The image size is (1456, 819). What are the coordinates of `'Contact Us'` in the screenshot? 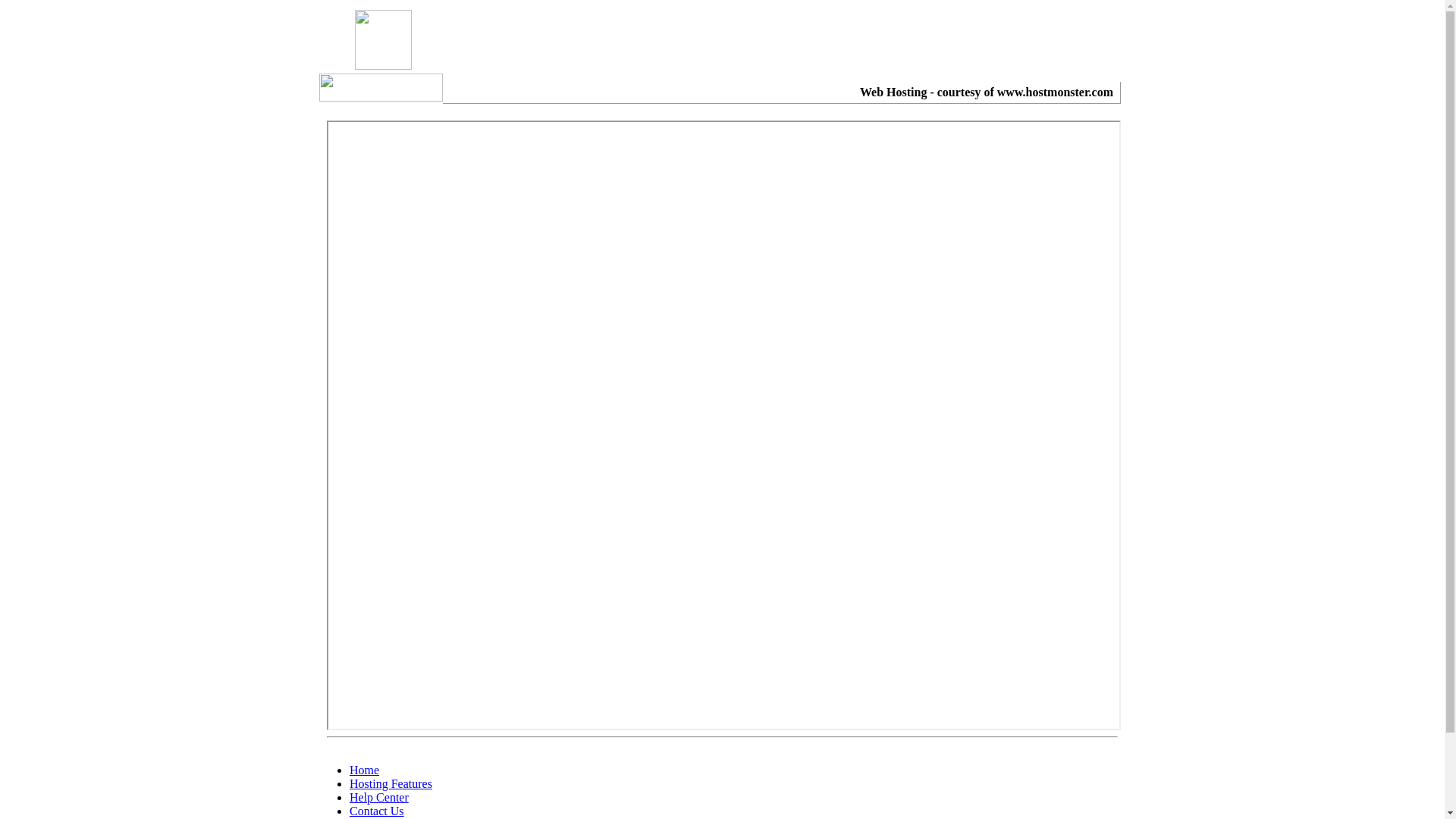 It's located at (377, 810).